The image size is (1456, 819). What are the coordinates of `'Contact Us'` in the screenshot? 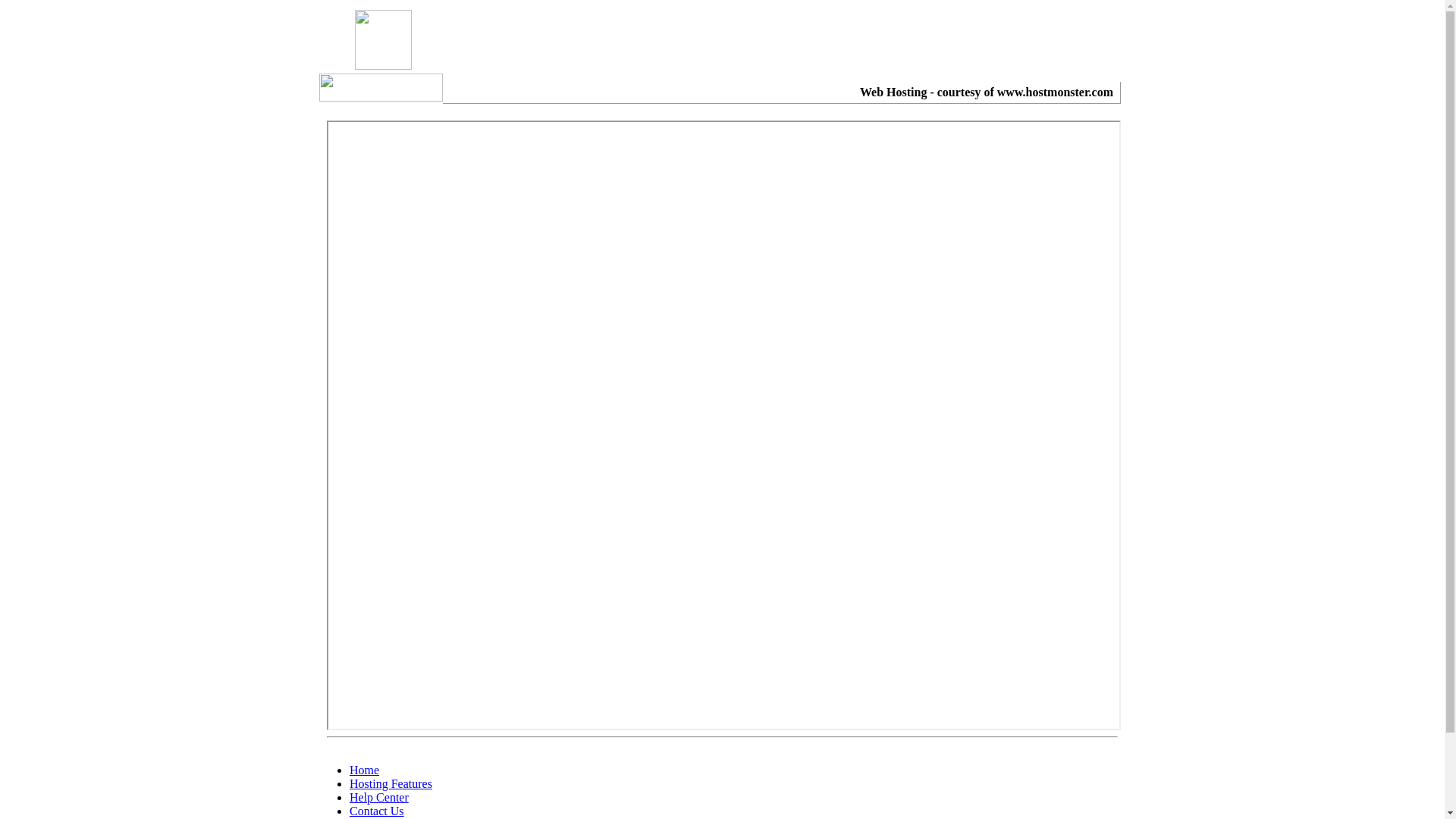 It's located at (377, 810).